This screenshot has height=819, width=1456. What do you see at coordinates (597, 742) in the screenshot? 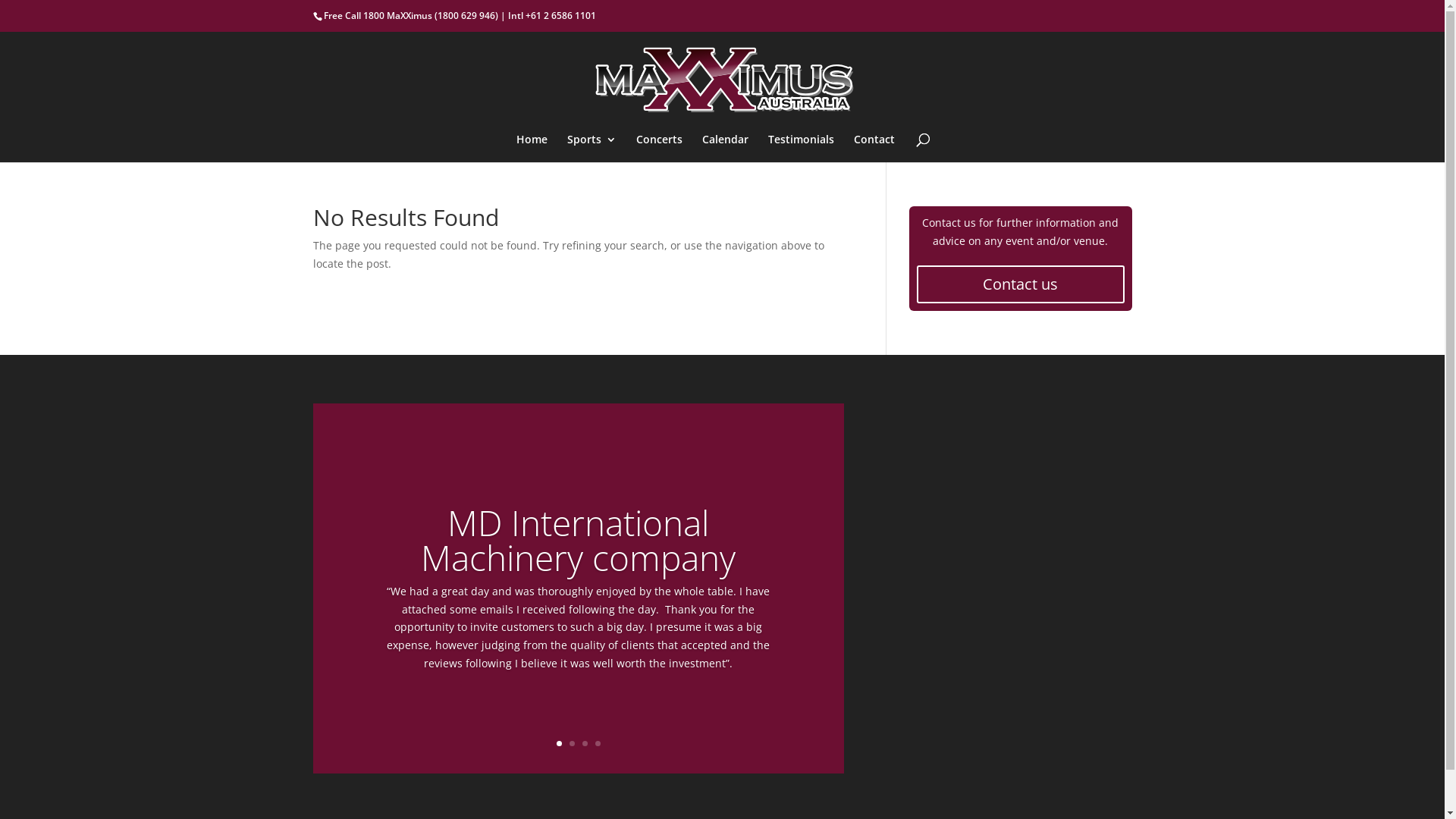
I see `'4'` at bounding box center [597, 742].